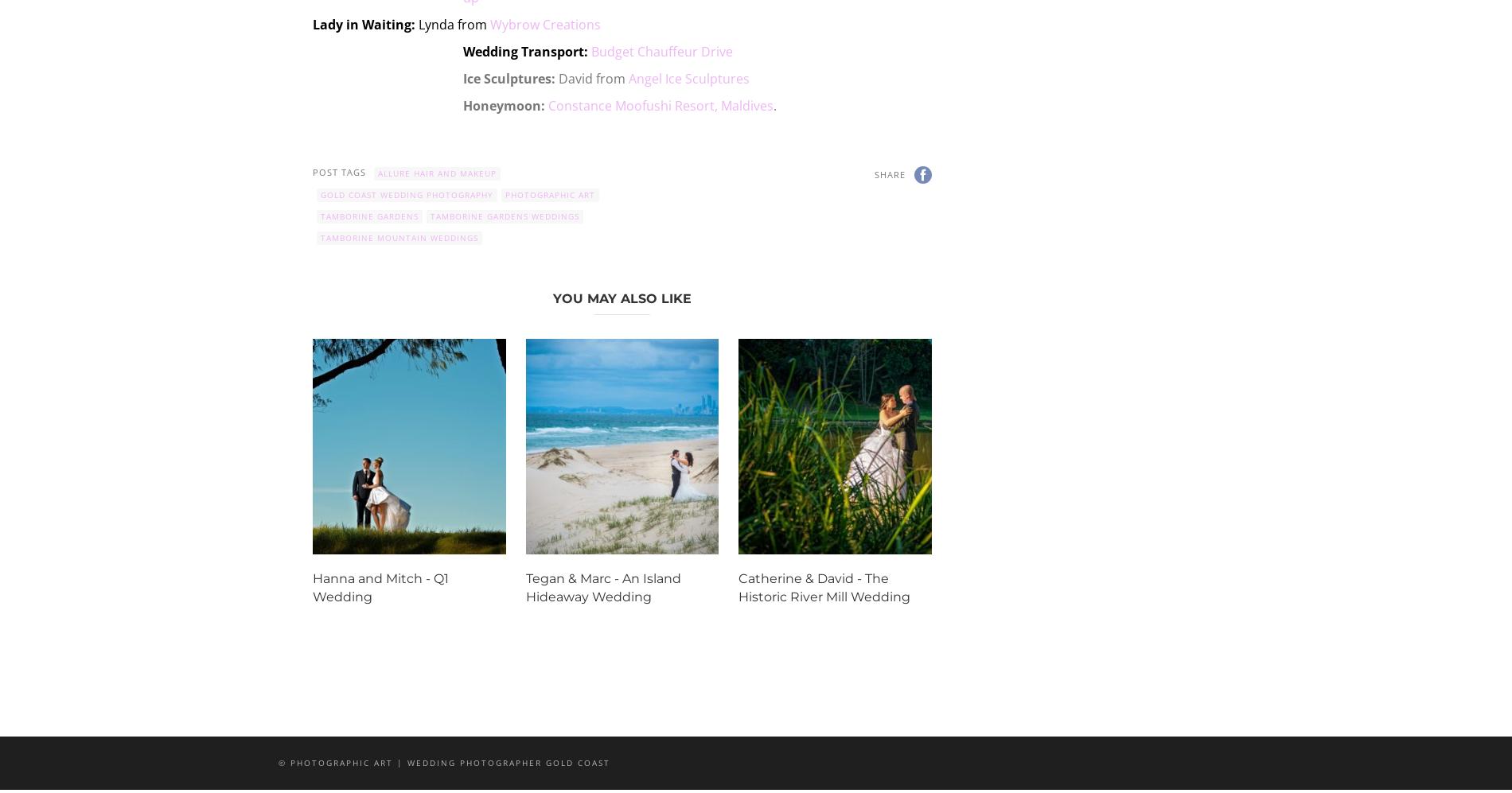 The height and width of the screenshot is (793, 1512). What do you see at coordinates (661, 51) in the screenshot?
I see `'Budget Chauffeur Drive'` at bounding box center [661, 51].